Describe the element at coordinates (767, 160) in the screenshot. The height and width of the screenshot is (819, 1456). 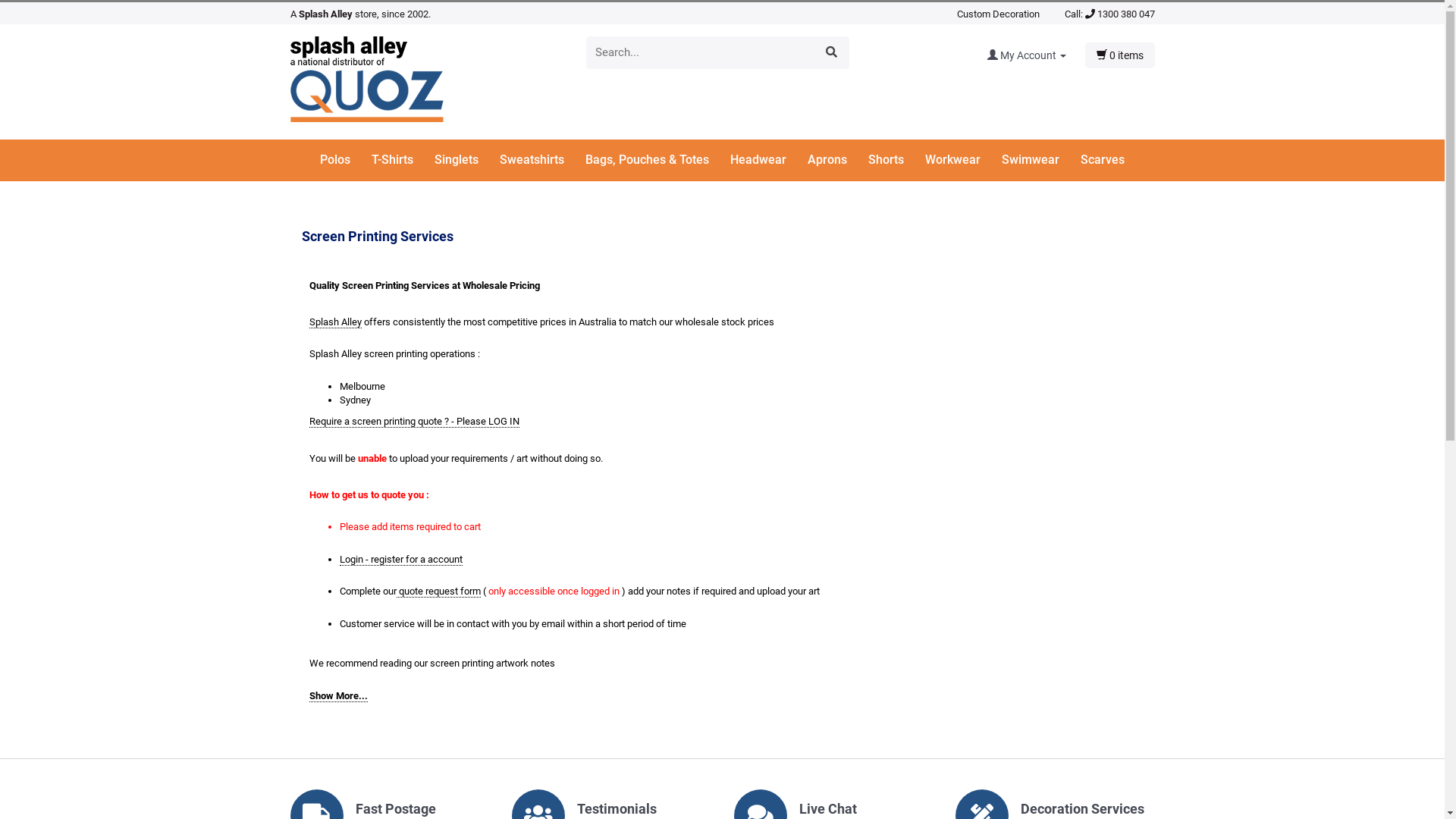
I see `'Headwear'` at that location.